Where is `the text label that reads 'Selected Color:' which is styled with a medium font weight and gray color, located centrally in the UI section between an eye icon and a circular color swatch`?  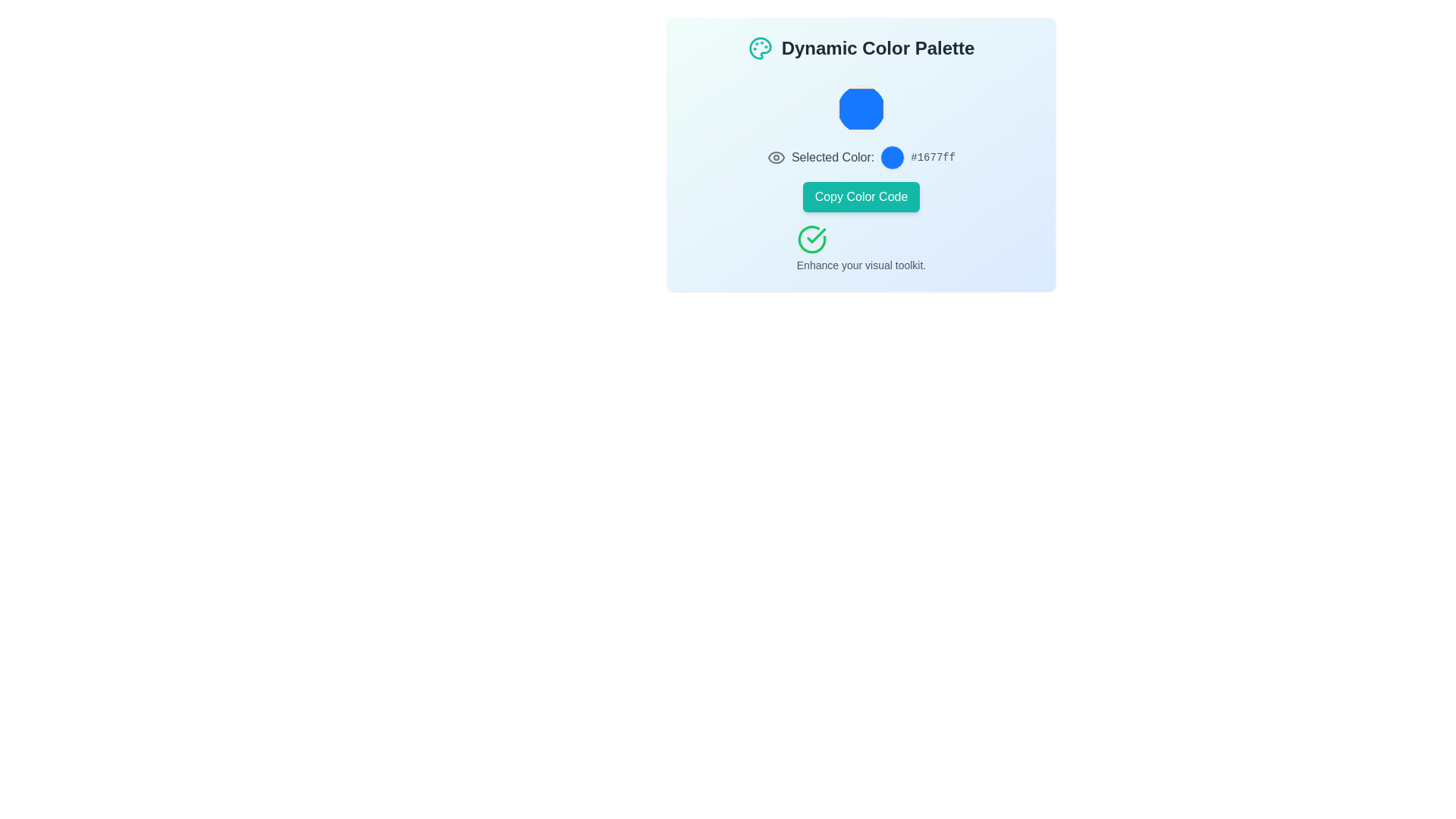
the text label that reads 'Selected Color:' which is styled with a medium font weight and gray color, located centrally in the UI section between an eye icon and a circular color swatch is located at coordinates (832, 158).